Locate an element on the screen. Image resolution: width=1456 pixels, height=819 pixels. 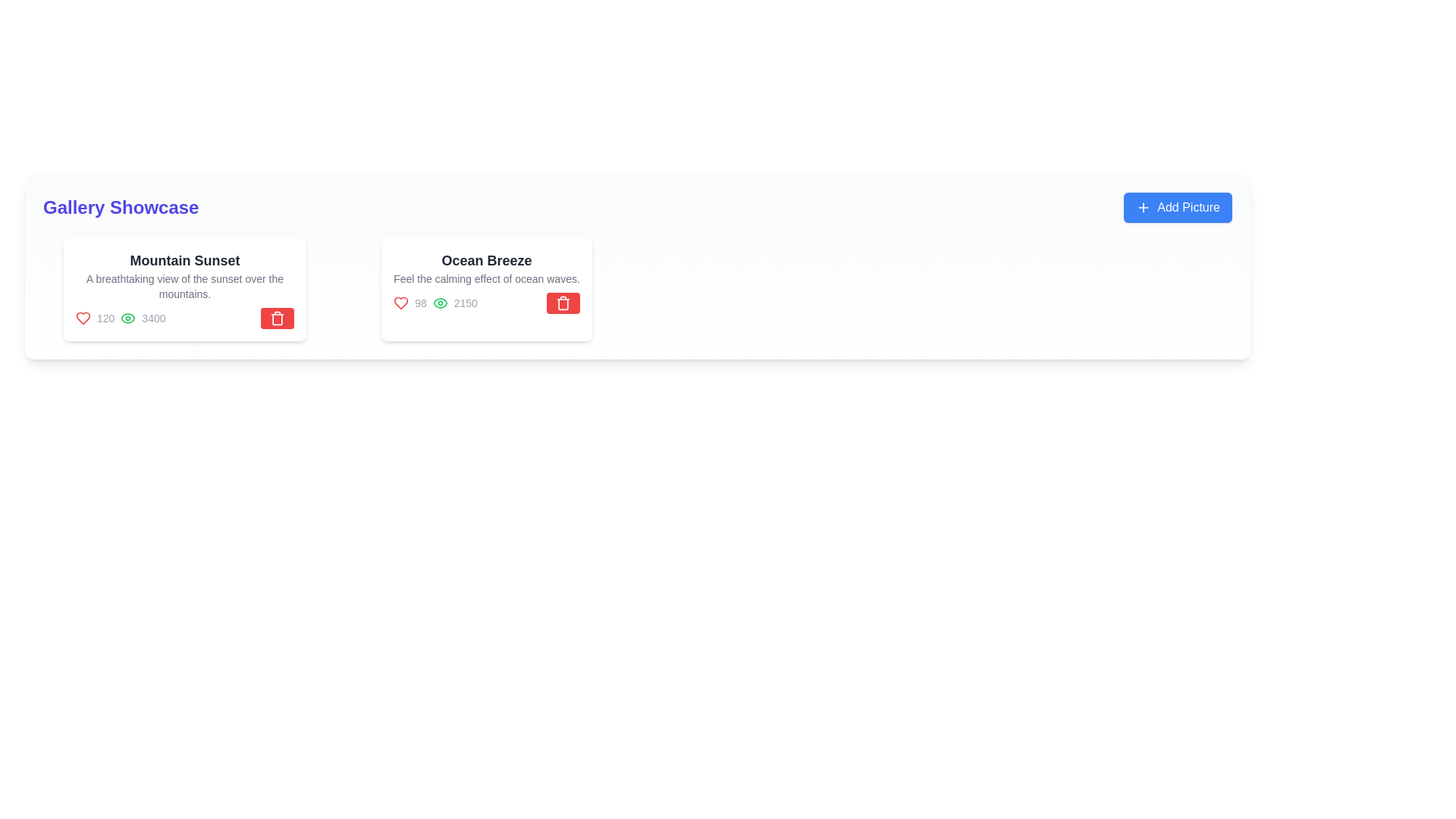
the rounded rectangular button with a blue background and white text that reads 'Add Picture' to invoke its action is located at coordinates (1177, 207).